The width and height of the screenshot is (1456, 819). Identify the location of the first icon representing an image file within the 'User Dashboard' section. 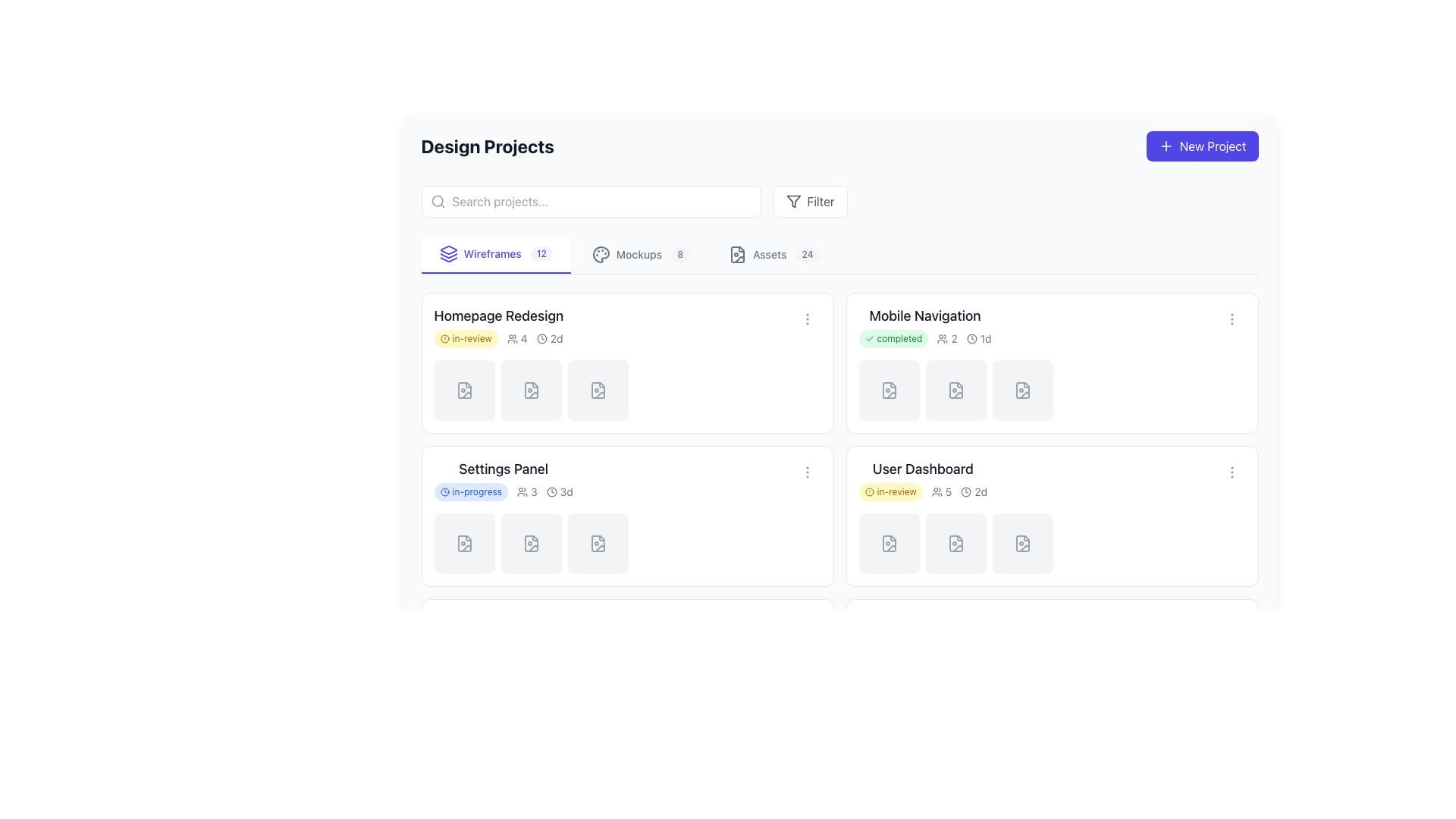
(889, 543).